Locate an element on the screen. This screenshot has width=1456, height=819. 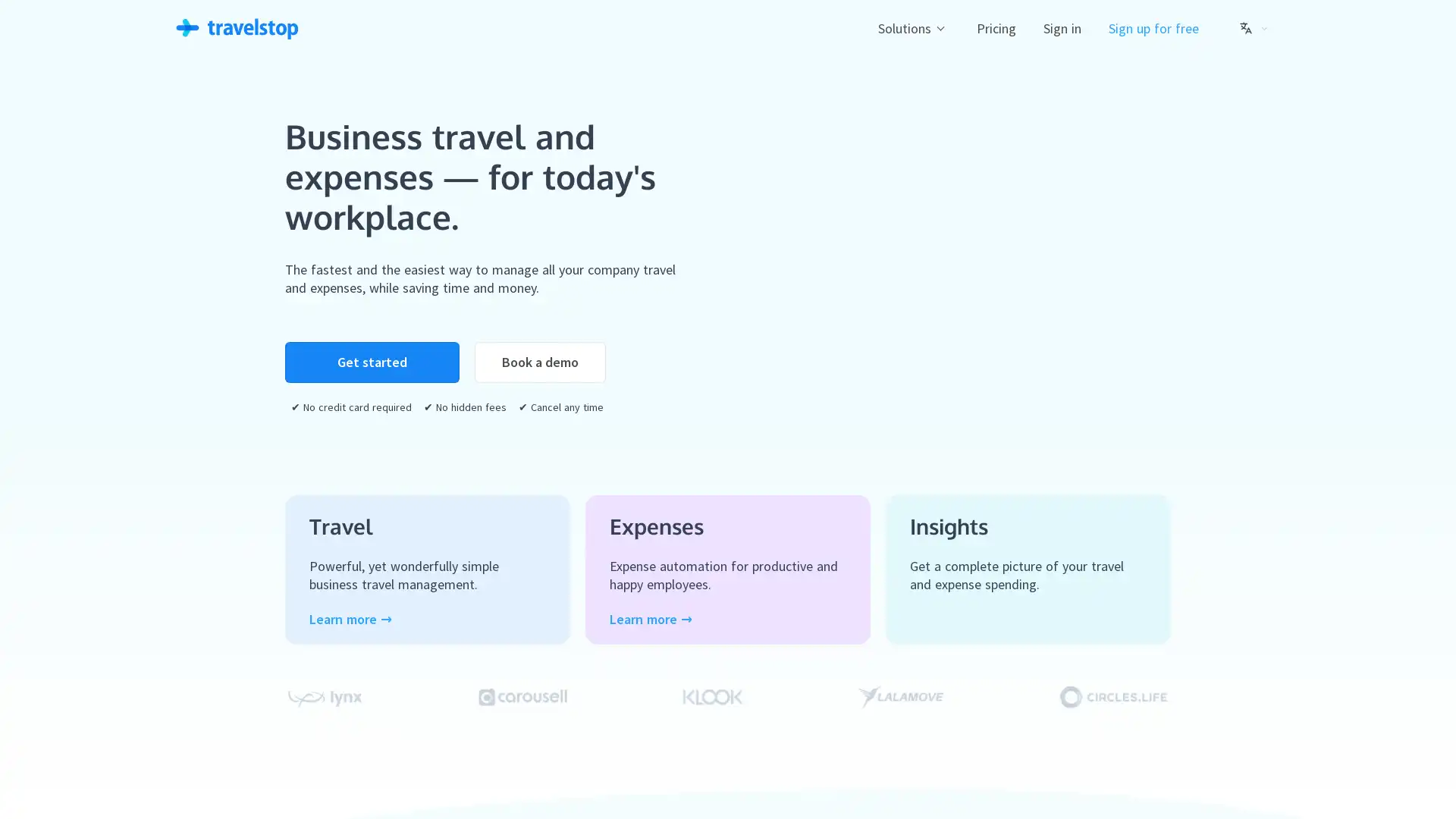
Book a demo is located at coordinates (540, 362).